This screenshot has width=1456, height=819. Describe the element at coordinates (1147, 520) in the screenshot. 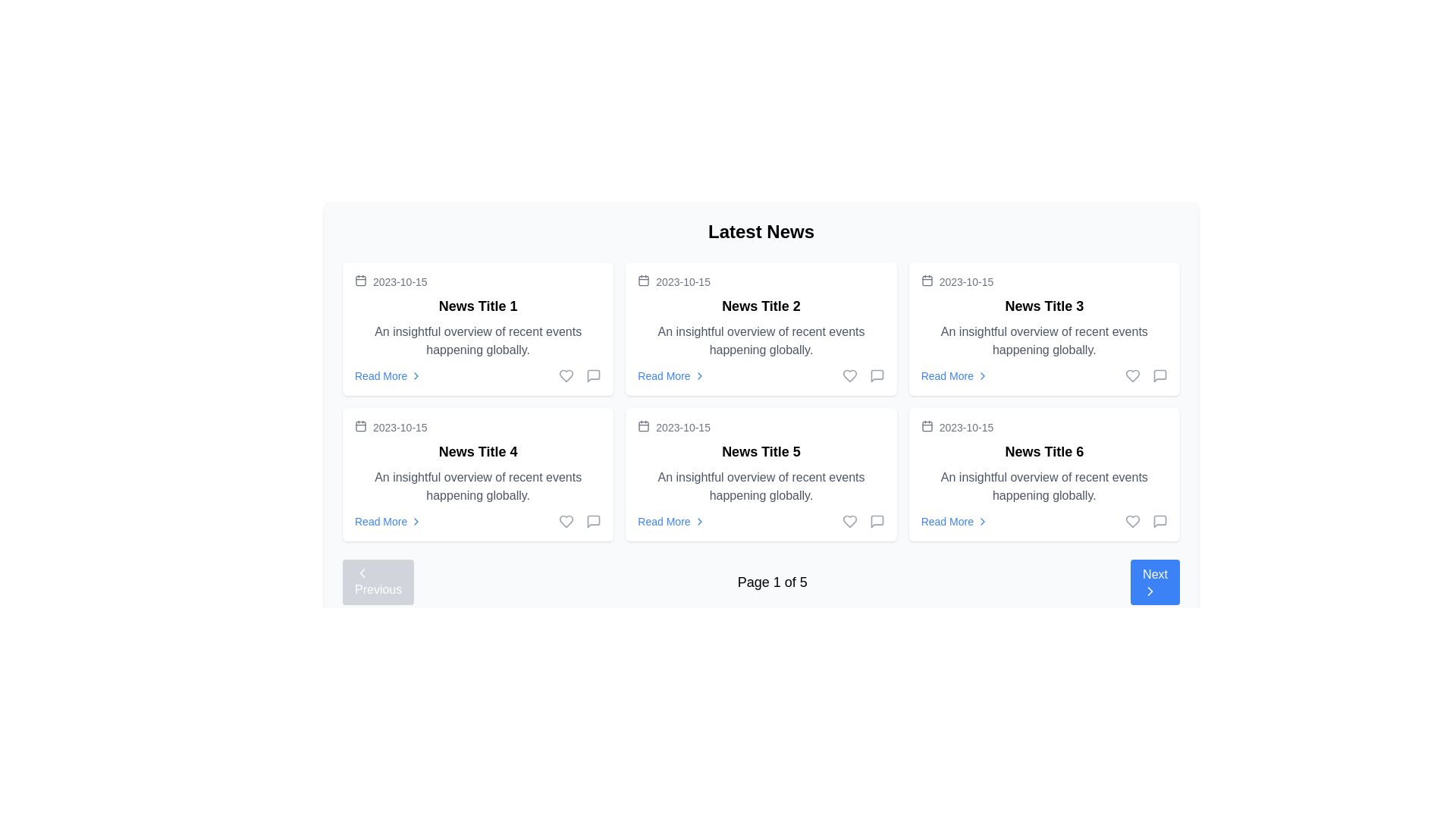

I see `the composite icon button group at the bottom-right section of the 'News Title 6' card in the 'Latest News' list to trigger additional effects` at that location.